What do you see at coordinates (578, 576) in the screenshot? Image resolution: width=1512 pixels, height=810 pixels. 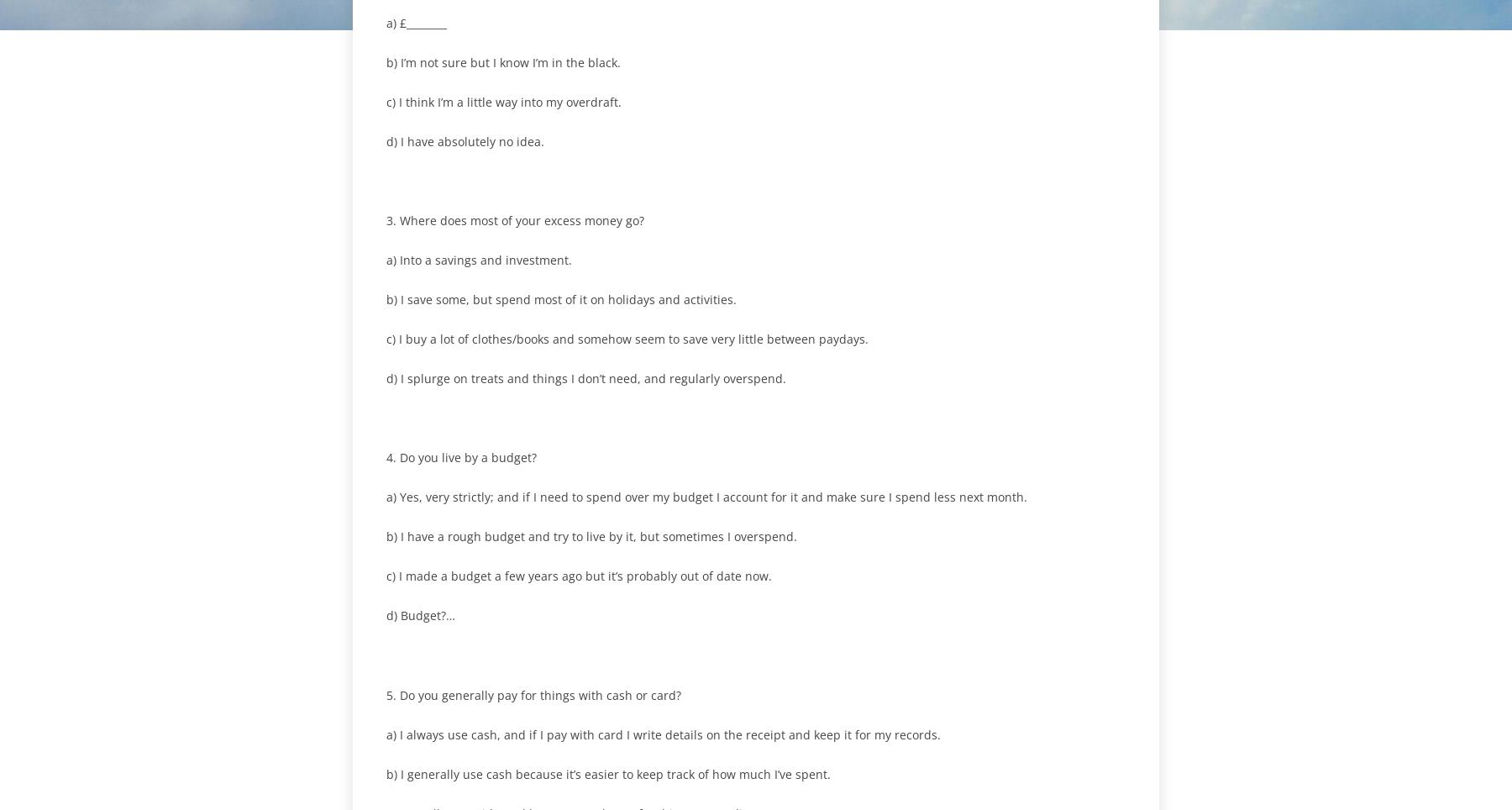 I see `'c) I made a budget a few years ago but it’s probably out of date now.'` at bounding box center [578, 576].